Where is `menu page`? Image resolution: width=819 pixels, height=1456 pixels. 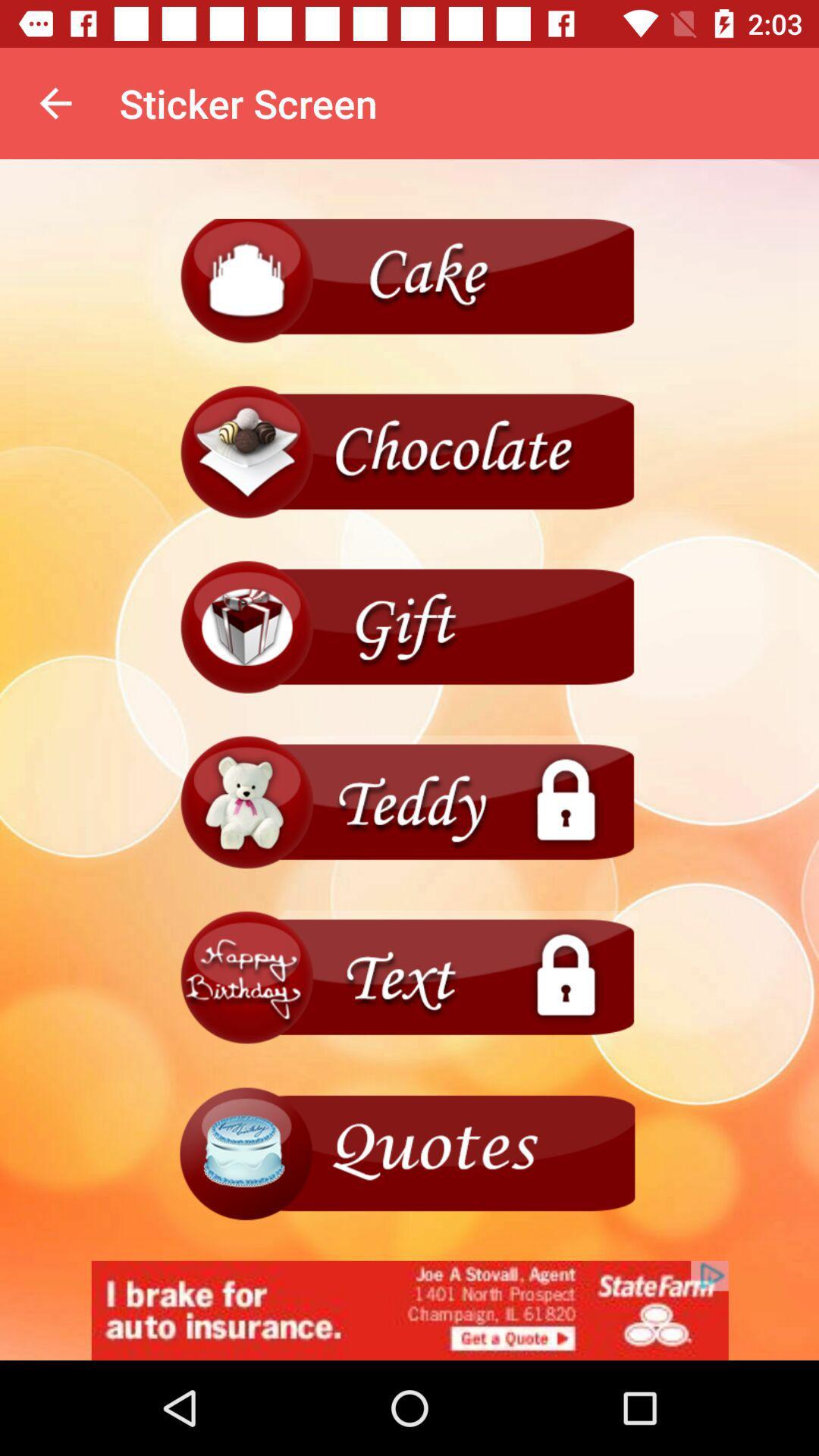
menu page is located at coordinates (409, 802).